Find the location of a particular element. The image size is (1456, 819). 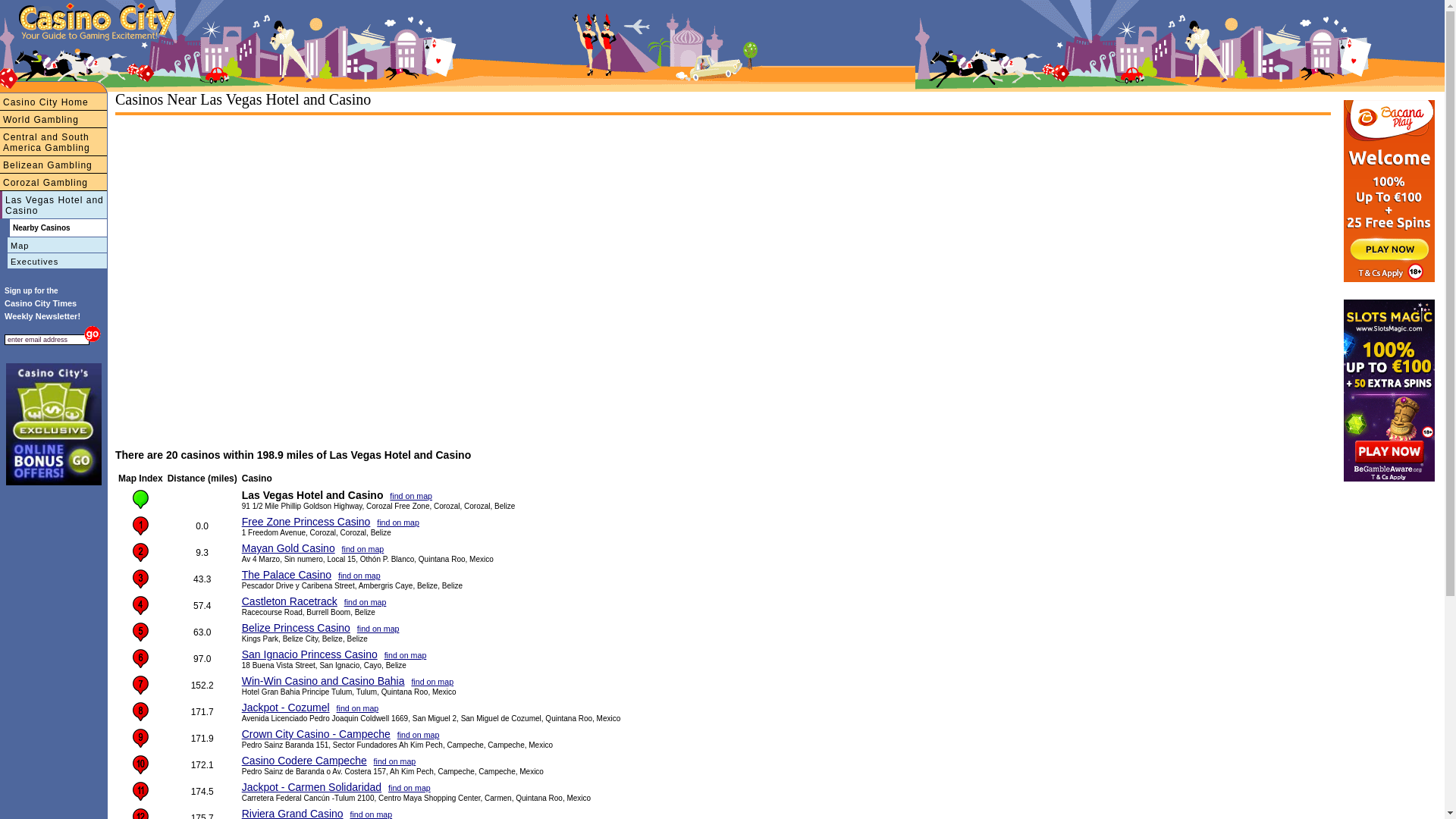

'Casino City Home' is located at coordinates (53, 102).